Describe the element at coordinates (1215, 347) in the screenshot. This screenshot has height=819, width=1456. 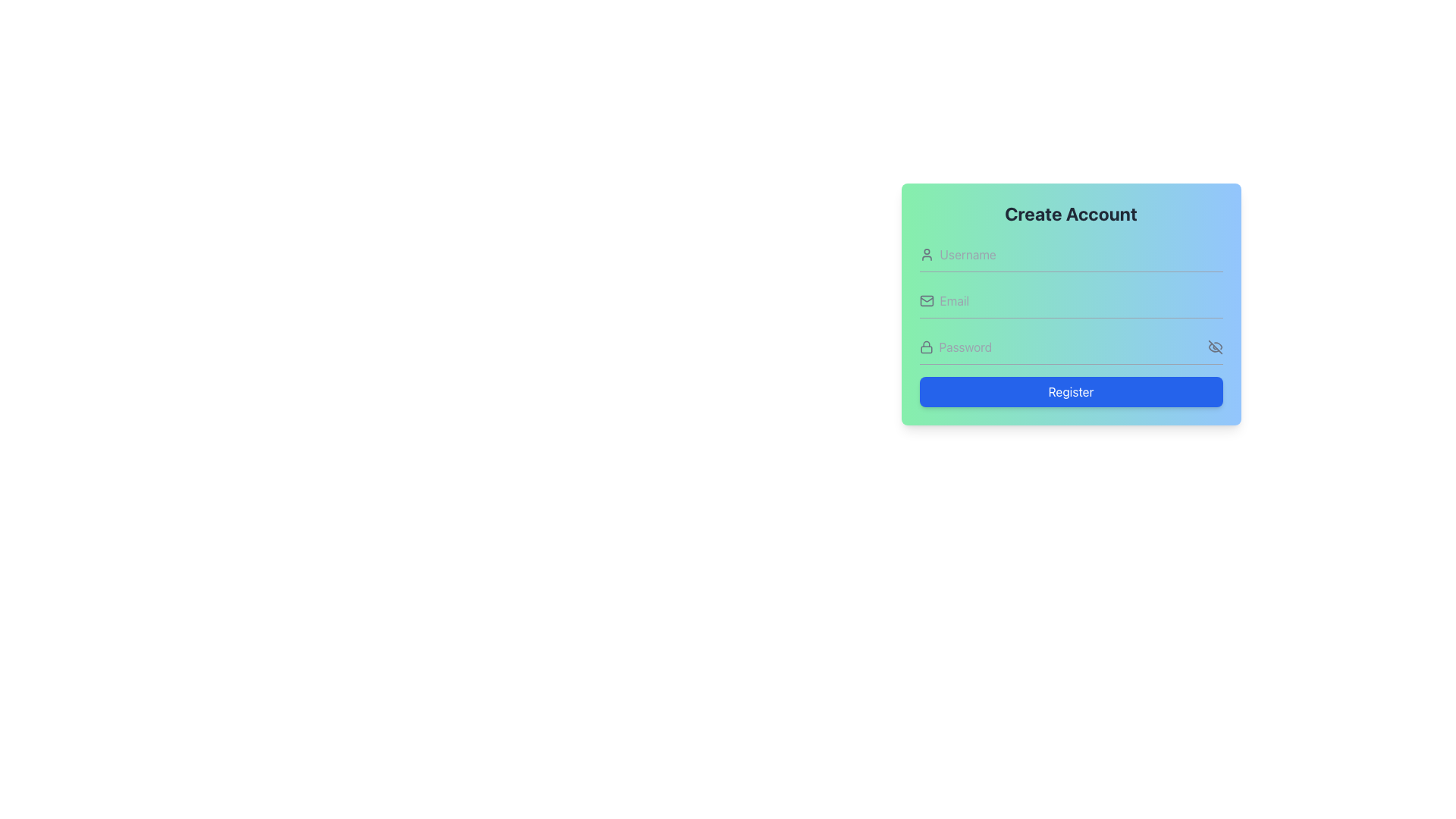
I see `the button that toggles the visibility of the password` at that location.